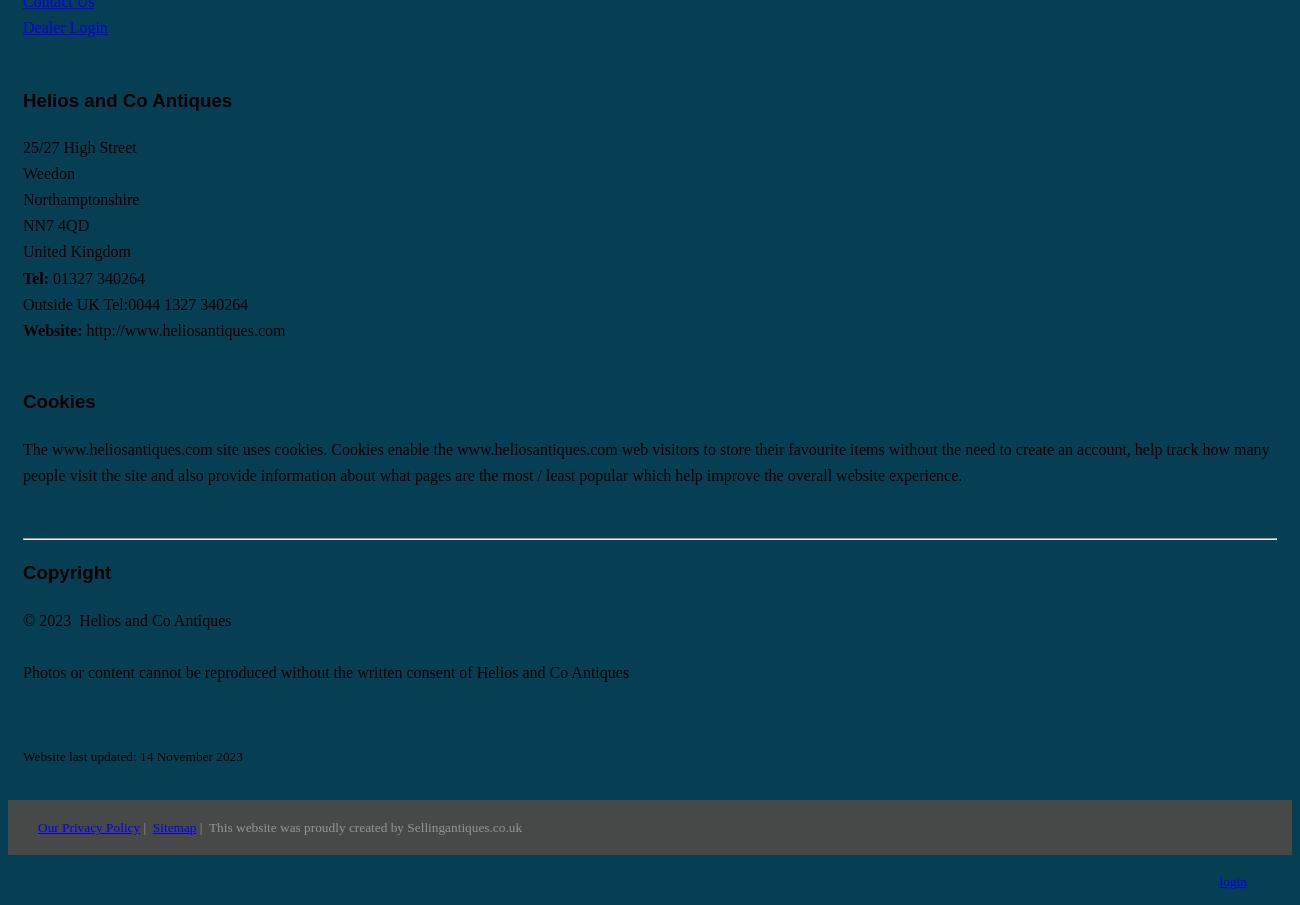 This screenshot has width=1300, height=905. What do you see at coordinates (36, 277) in the screenshot?
I see `'Tel:'` at bounding box center [36, 277].